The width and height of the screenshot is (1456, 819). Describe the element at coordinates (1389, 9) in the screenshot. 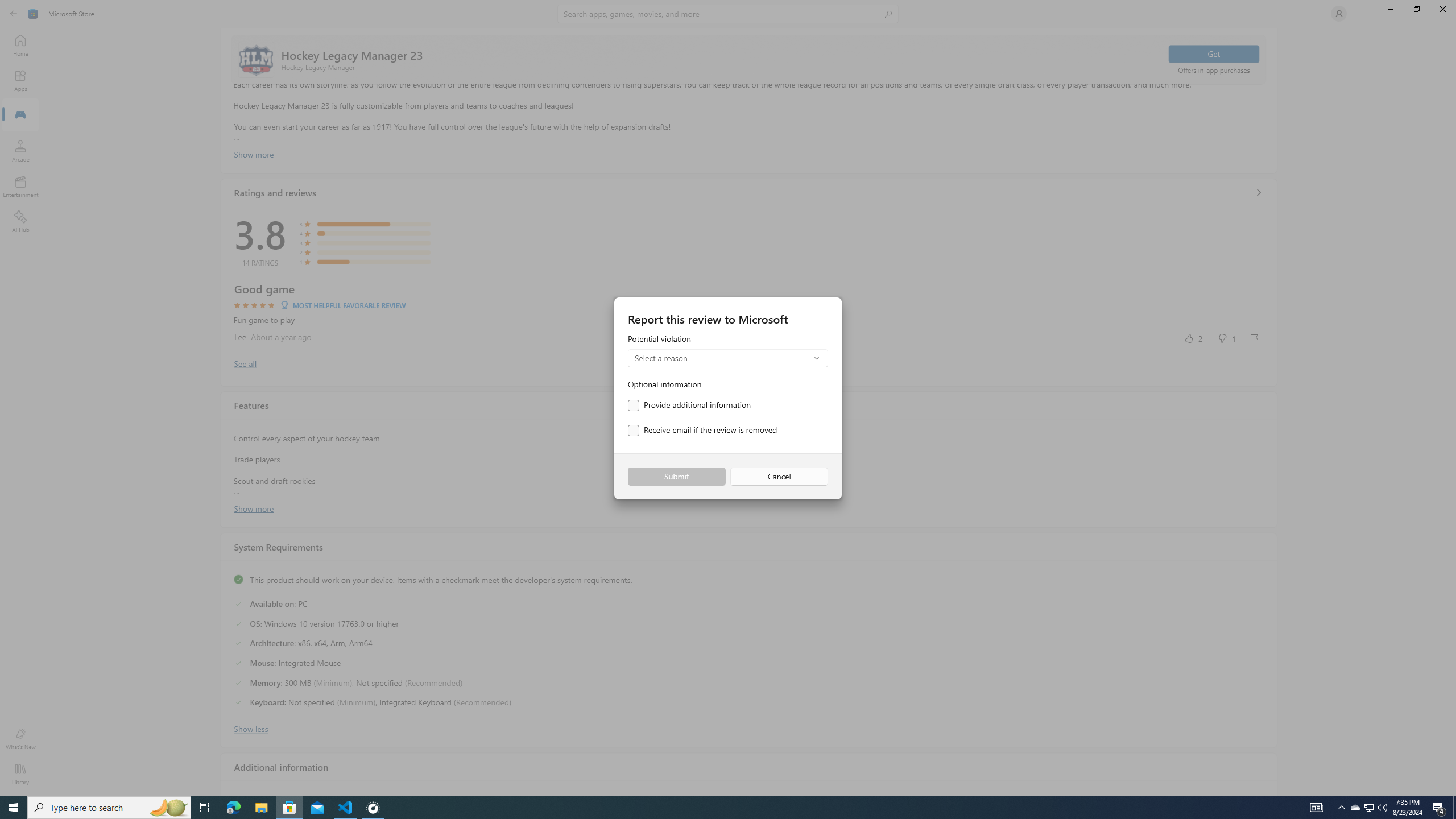

I see `'Minimize Microsoft Store'` at that location.